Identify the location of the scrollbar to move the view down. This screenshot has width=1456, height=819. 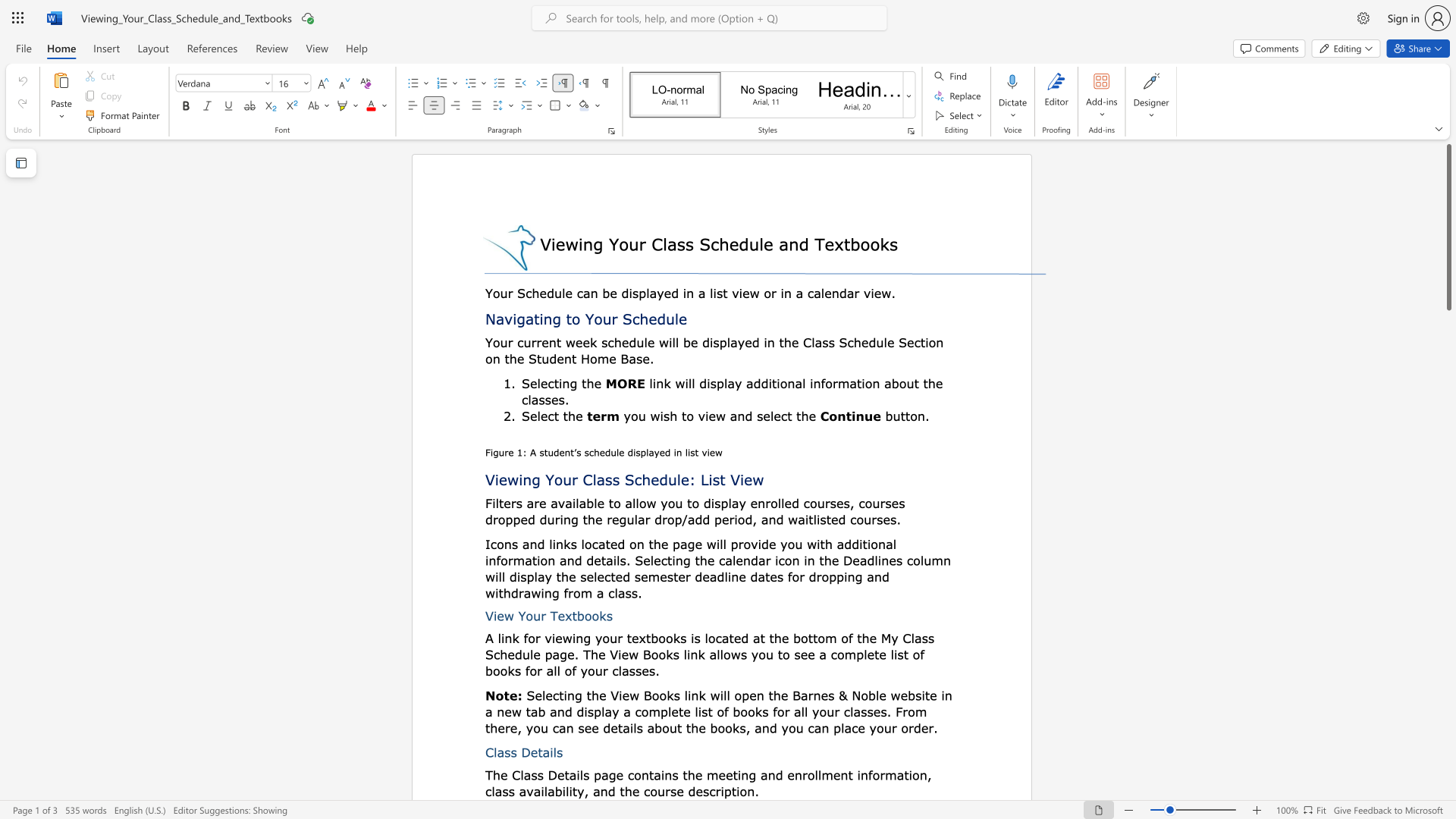
(1448, 476).